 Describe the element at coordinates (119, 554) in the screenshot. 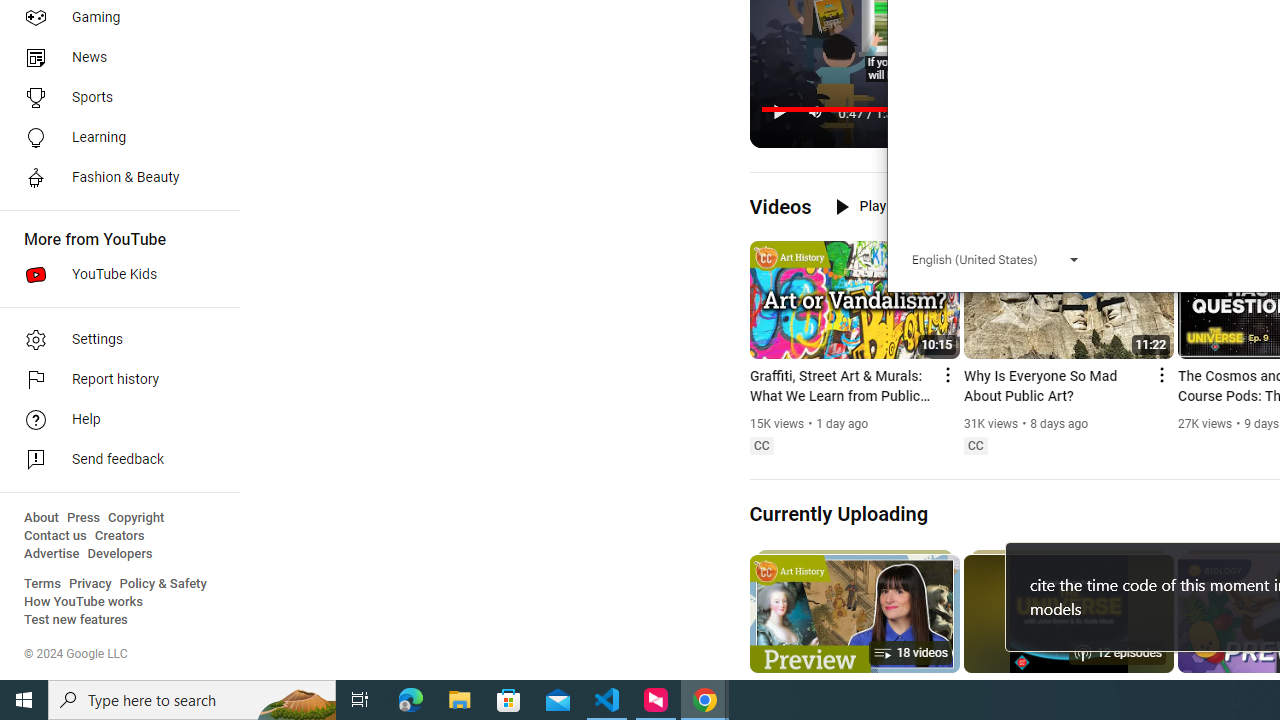

I see `'Developers'` at that location.